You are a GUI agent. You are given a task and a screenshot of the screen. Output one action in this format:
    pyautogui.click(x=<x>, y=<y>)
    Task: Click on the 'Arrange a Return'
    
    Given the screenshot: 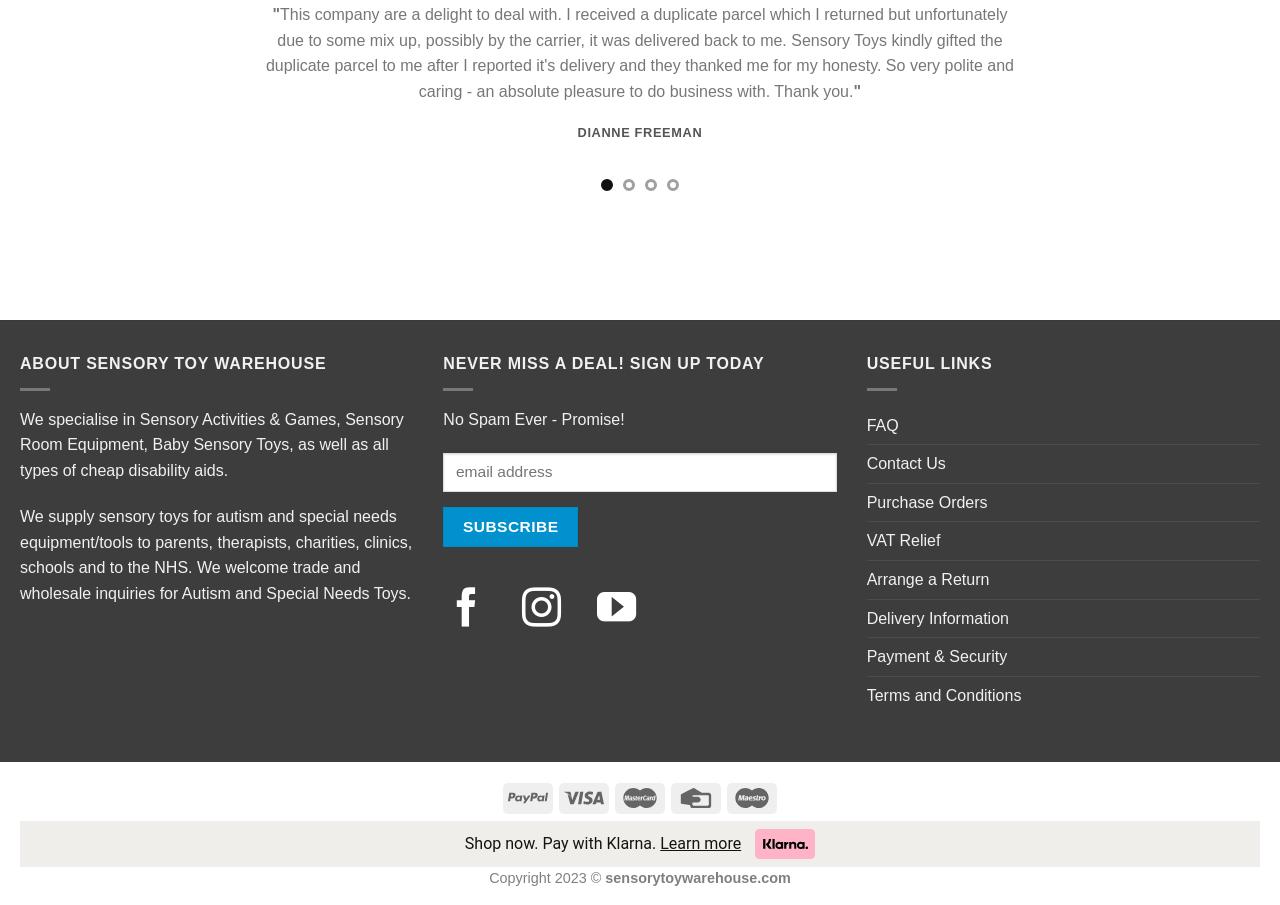 What is the action you would take?
    pyautogui.click(x=866, y=578)
    